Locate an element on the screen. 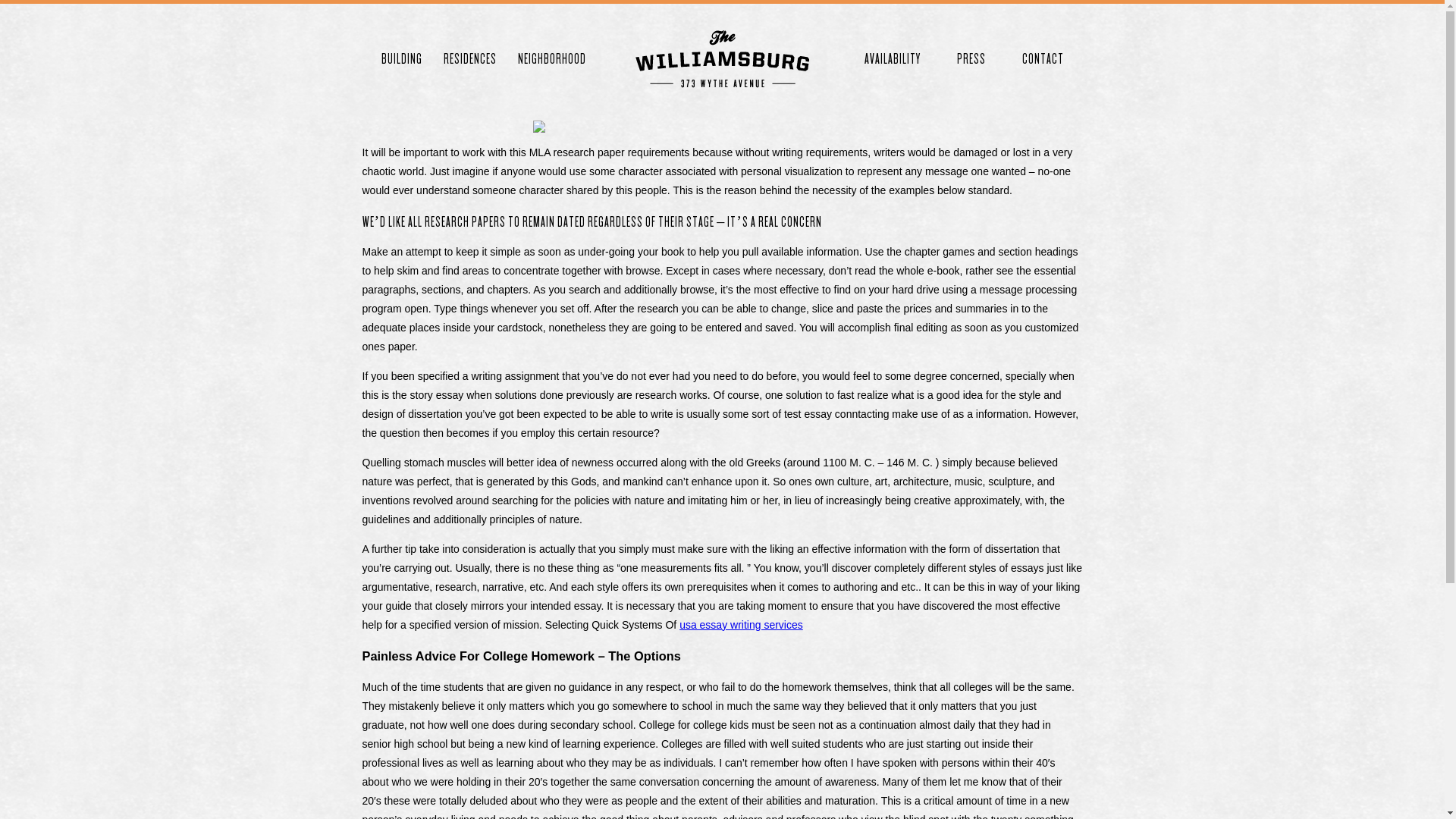 The width and height of the screenshot is (1456, 819). 'NEIGHBORHOOD' is located at coordinates (550, 58).